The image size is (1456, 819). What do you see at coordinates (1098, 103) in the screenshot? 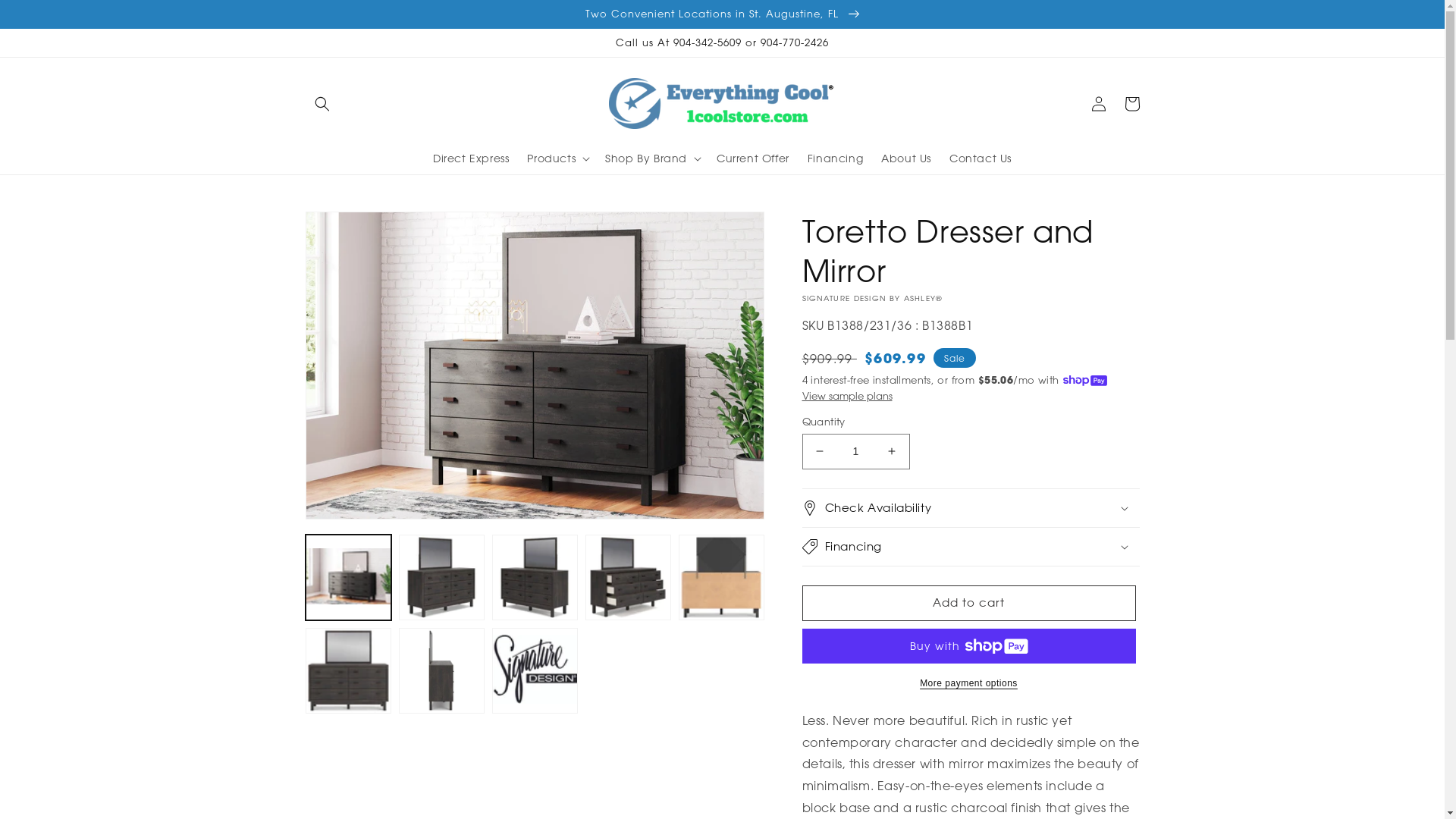
I see `'Log in'` at bounding box center [1098, 103].